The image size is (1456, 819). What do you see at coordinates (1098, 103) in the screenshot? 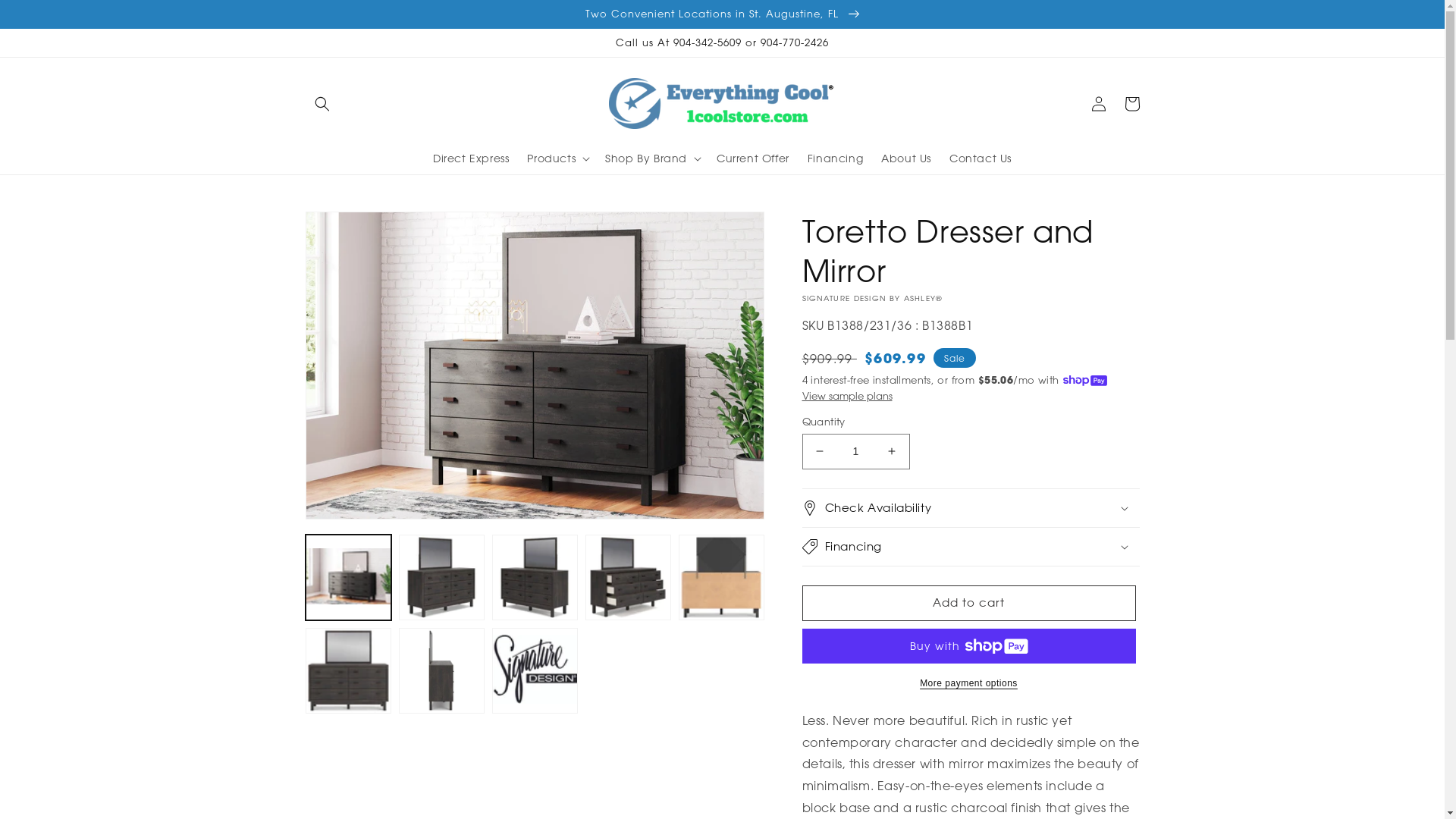
I see `'Log in'` at bounding box center [1098, 103].